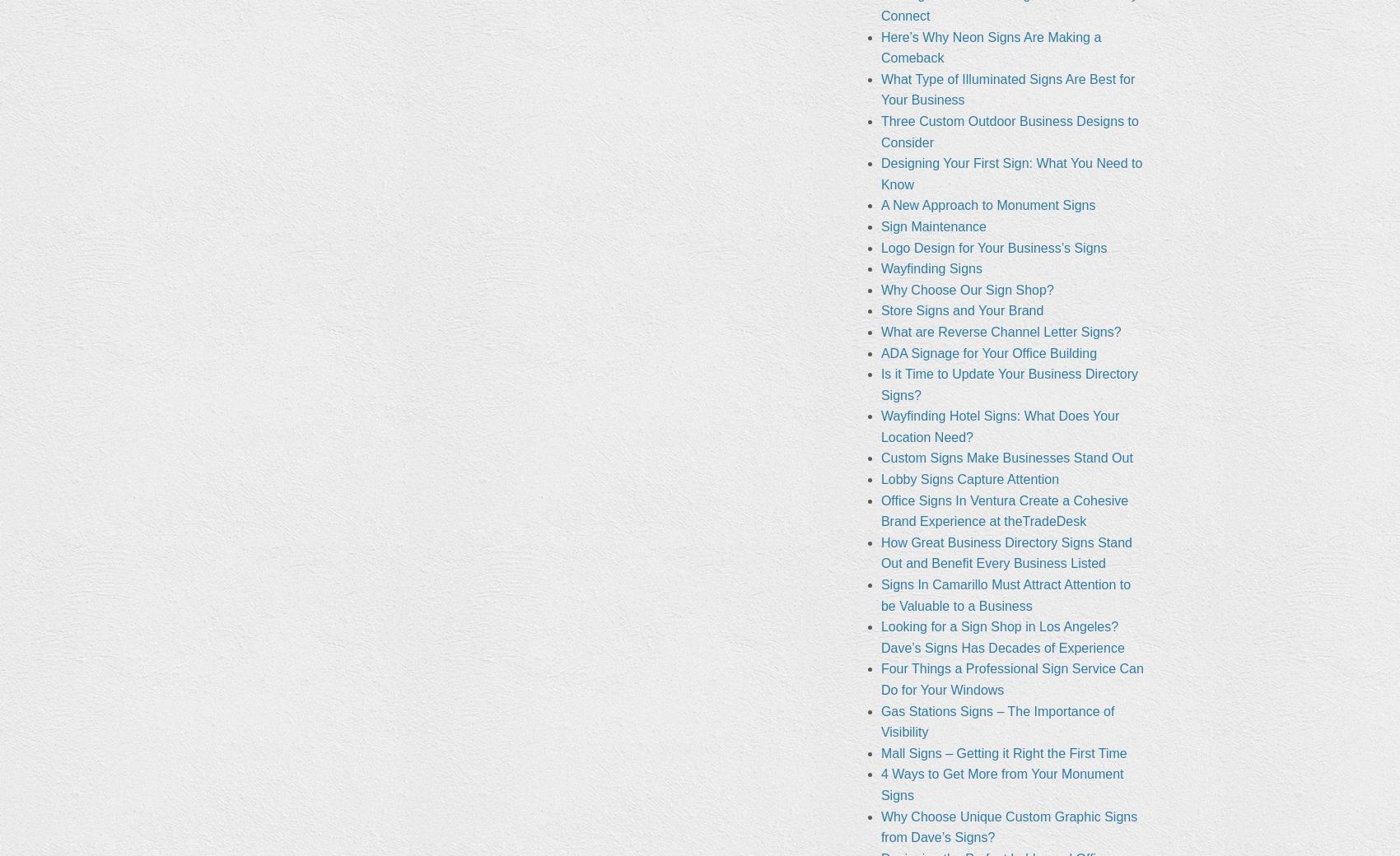  Describe the element at coordinates (996, 720) in the screenshot. I see `'Gas Stations Signs – The Importance of Visibility'` at that location.